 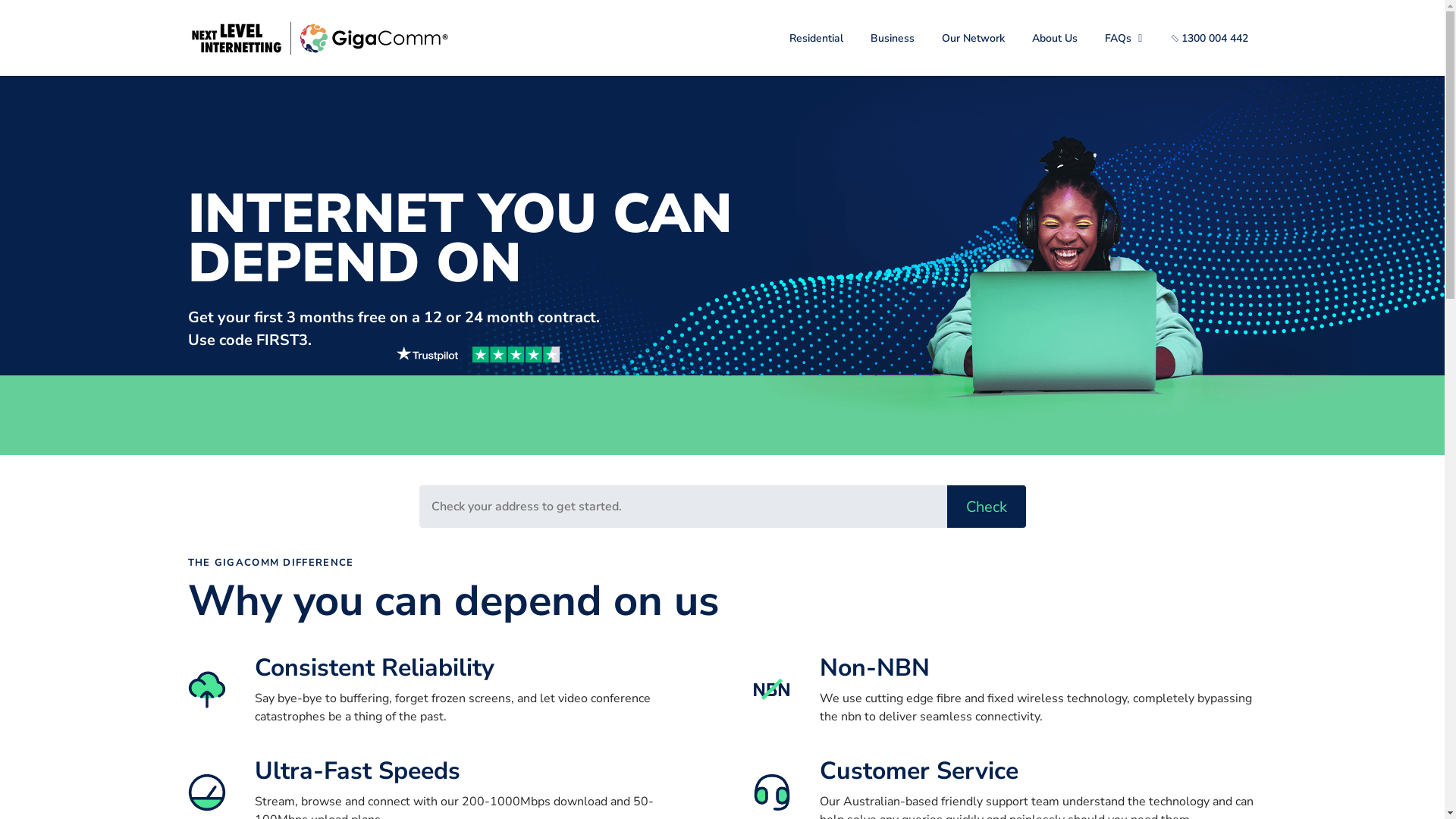 I want to click on 'Business', so click(x=892, y=36).